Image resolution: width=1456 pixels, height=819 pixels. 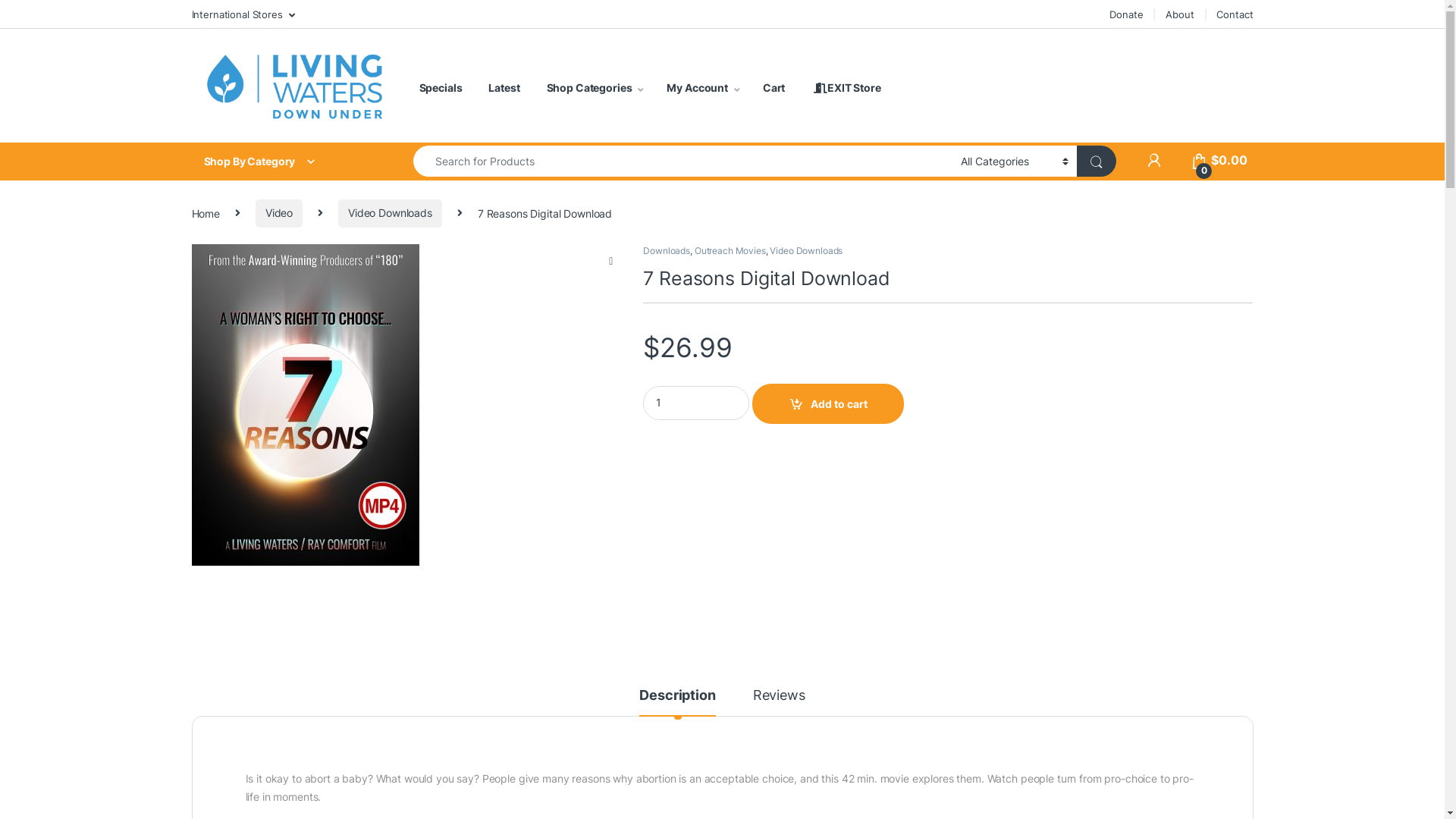 I want to click on 'Home', so click(x=190, y=212).